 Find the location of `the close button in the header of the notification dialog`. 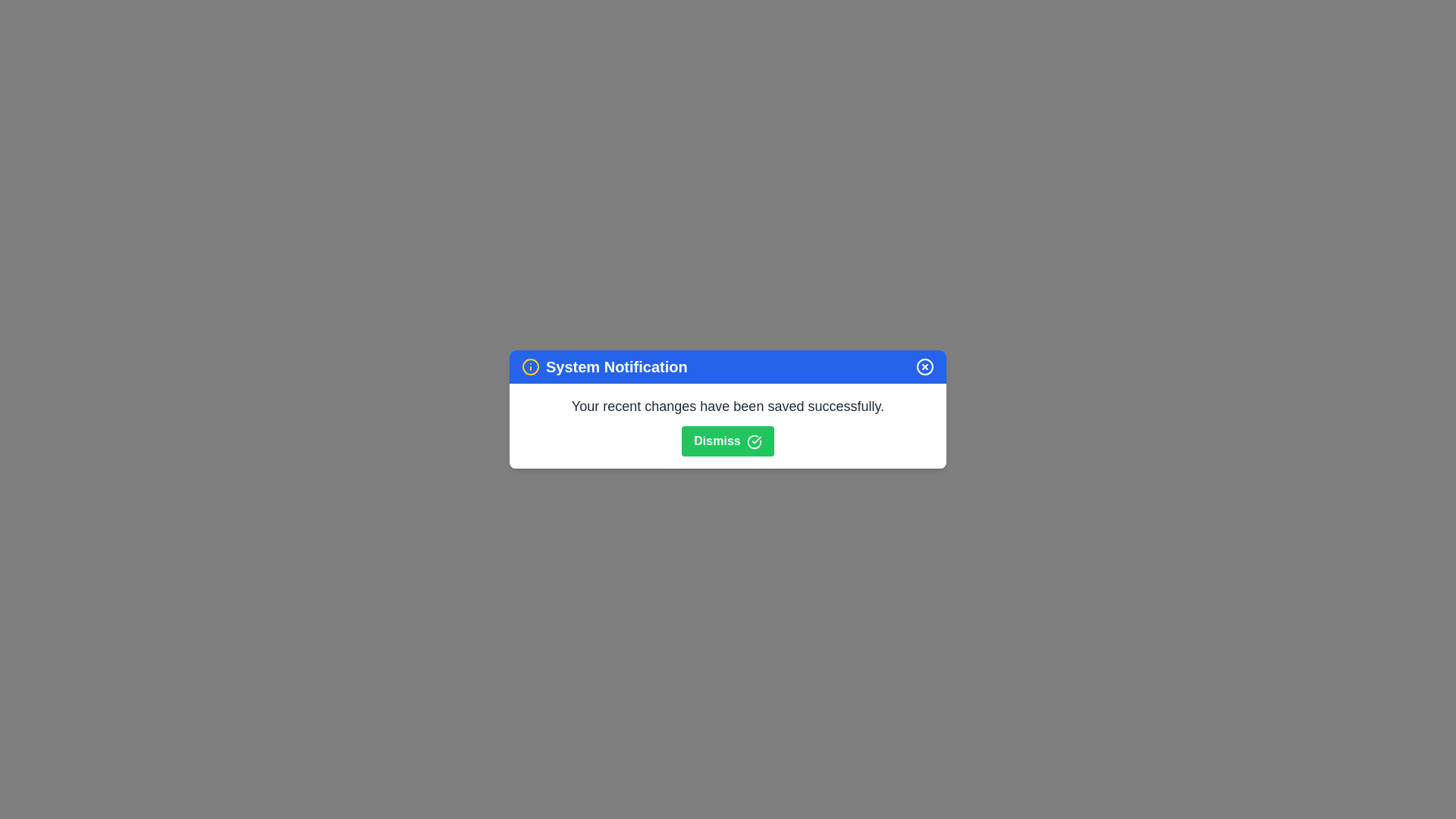

the close button in the header of the notification dialog is located at coordinates (924, 366).